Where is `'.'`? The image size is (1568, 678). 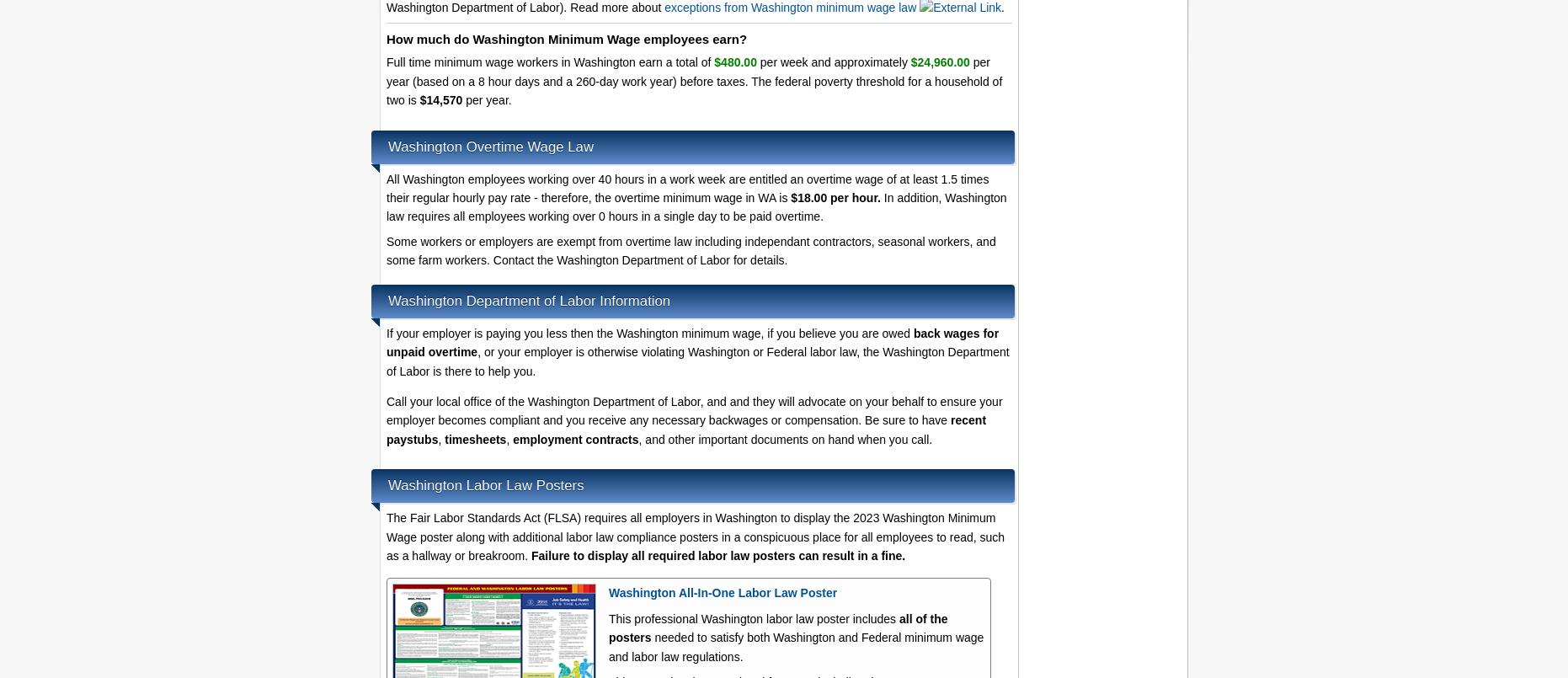
'.' is located at coordinates (1002, 6).